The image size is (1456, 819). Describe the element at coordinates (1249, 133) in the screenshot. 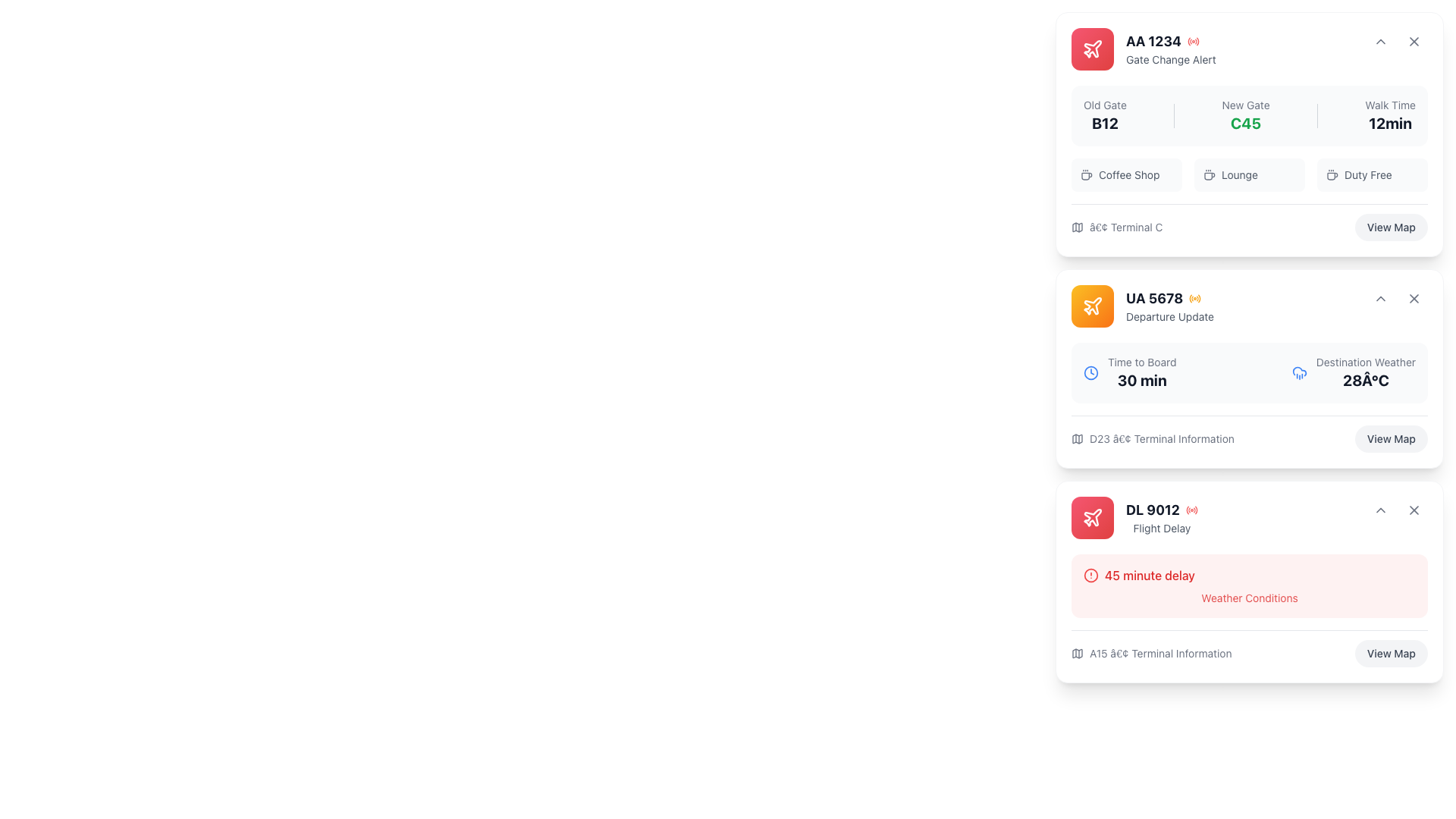

I see `the 'New Gate' label displaying 'C45' styled in bold green text` at that location.